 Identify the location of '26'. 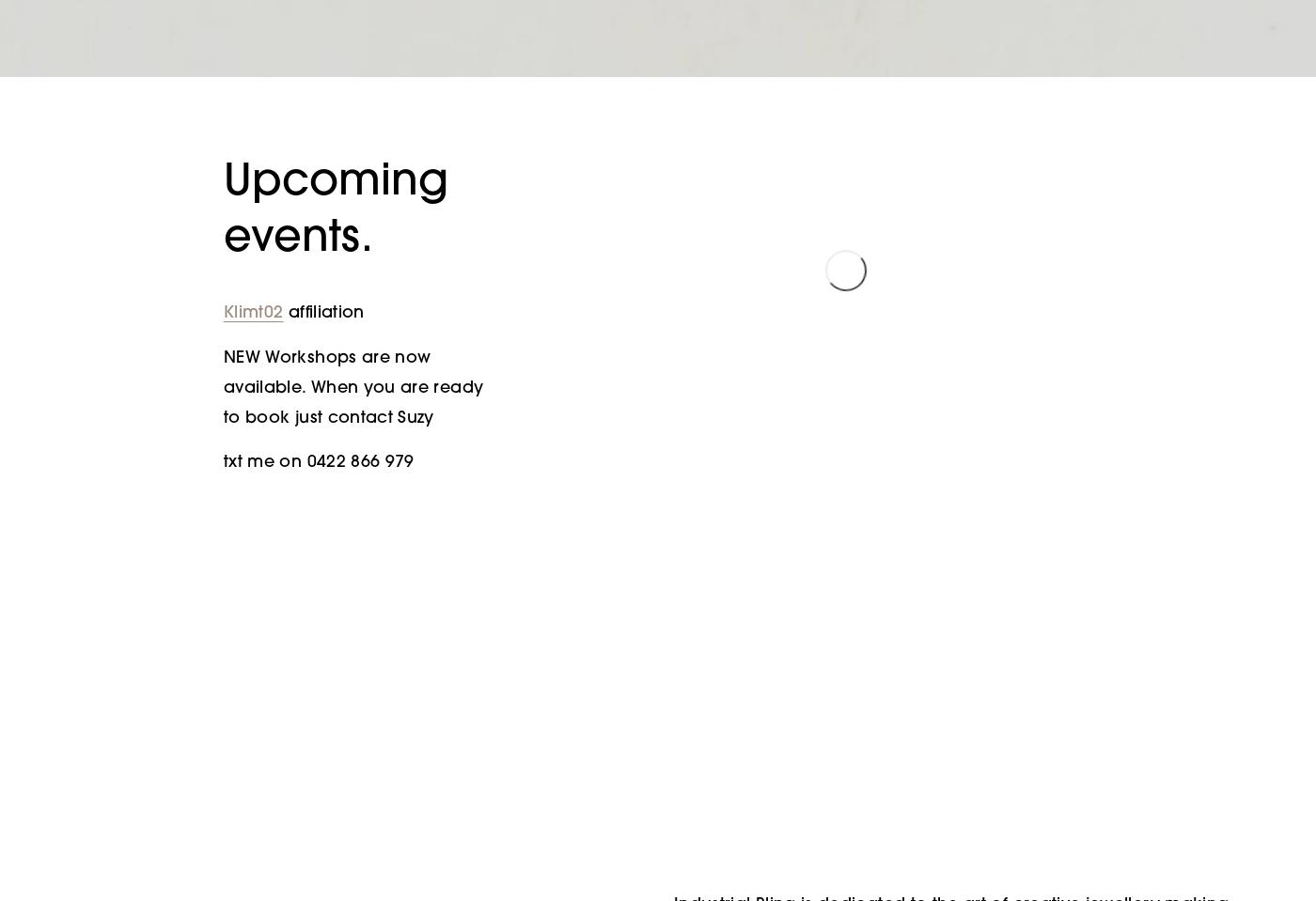
(638, 561).